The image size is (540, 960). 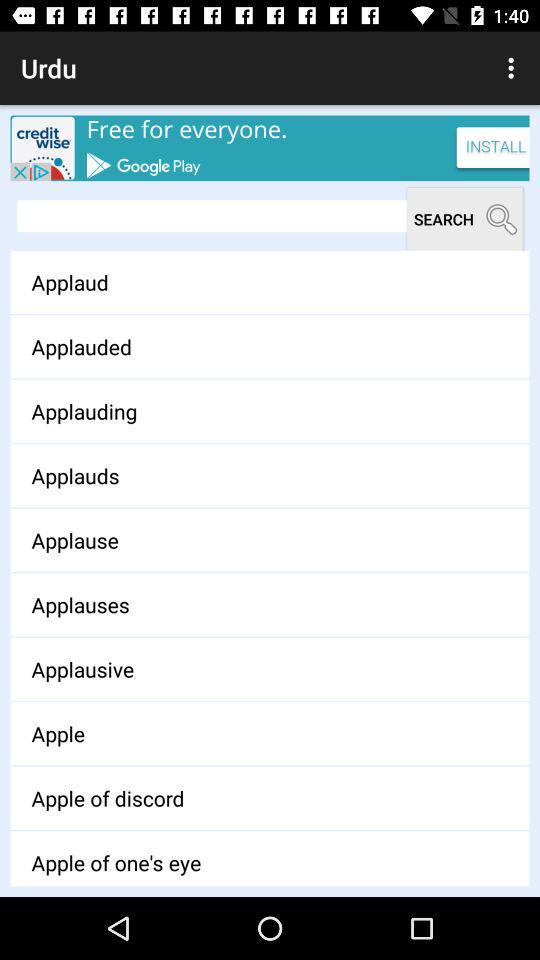 I want to click on search box, so click(x=211, y=216).